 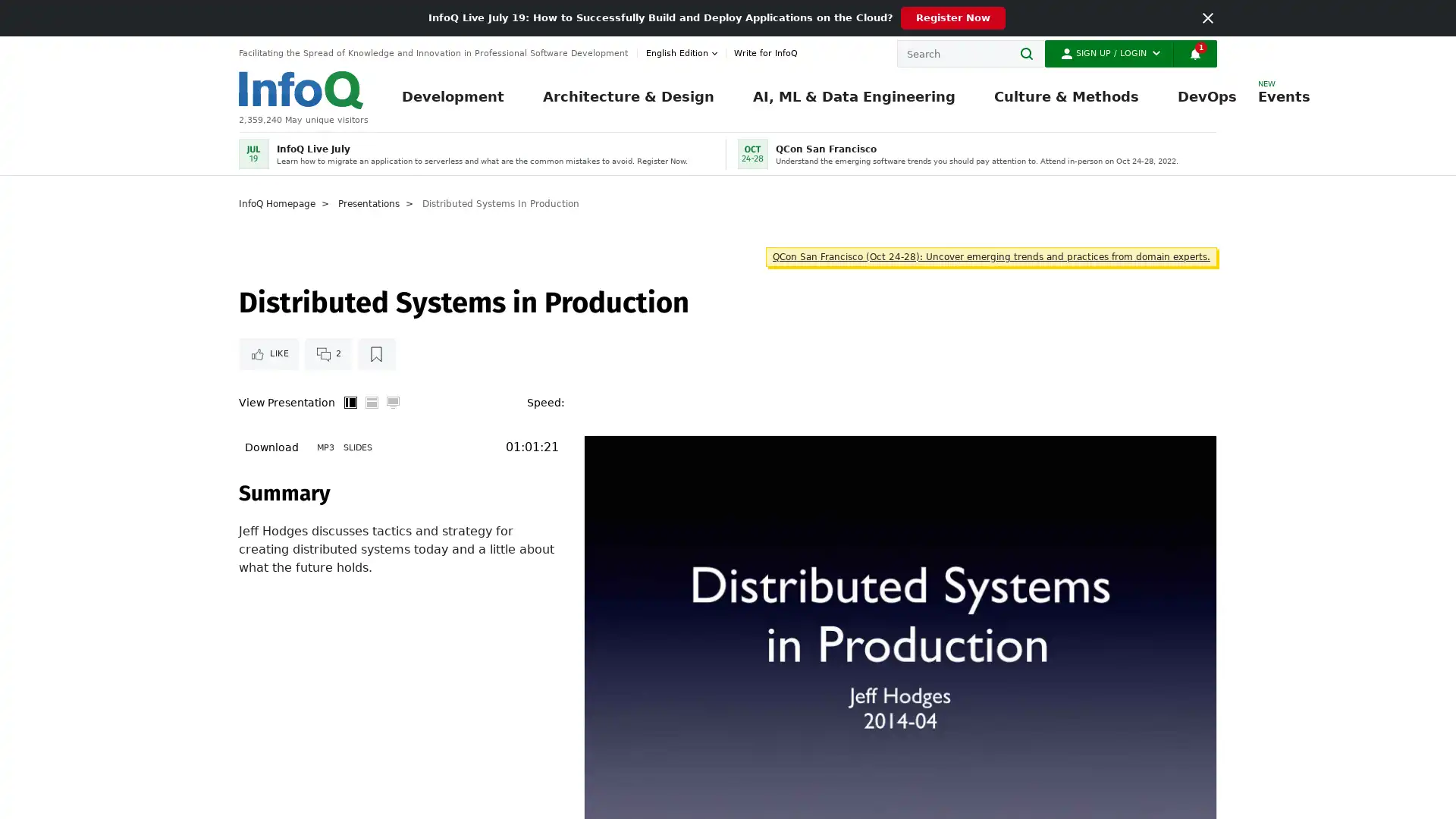 I want to click on Sign Up / Login, so click(x=1109, y=52).